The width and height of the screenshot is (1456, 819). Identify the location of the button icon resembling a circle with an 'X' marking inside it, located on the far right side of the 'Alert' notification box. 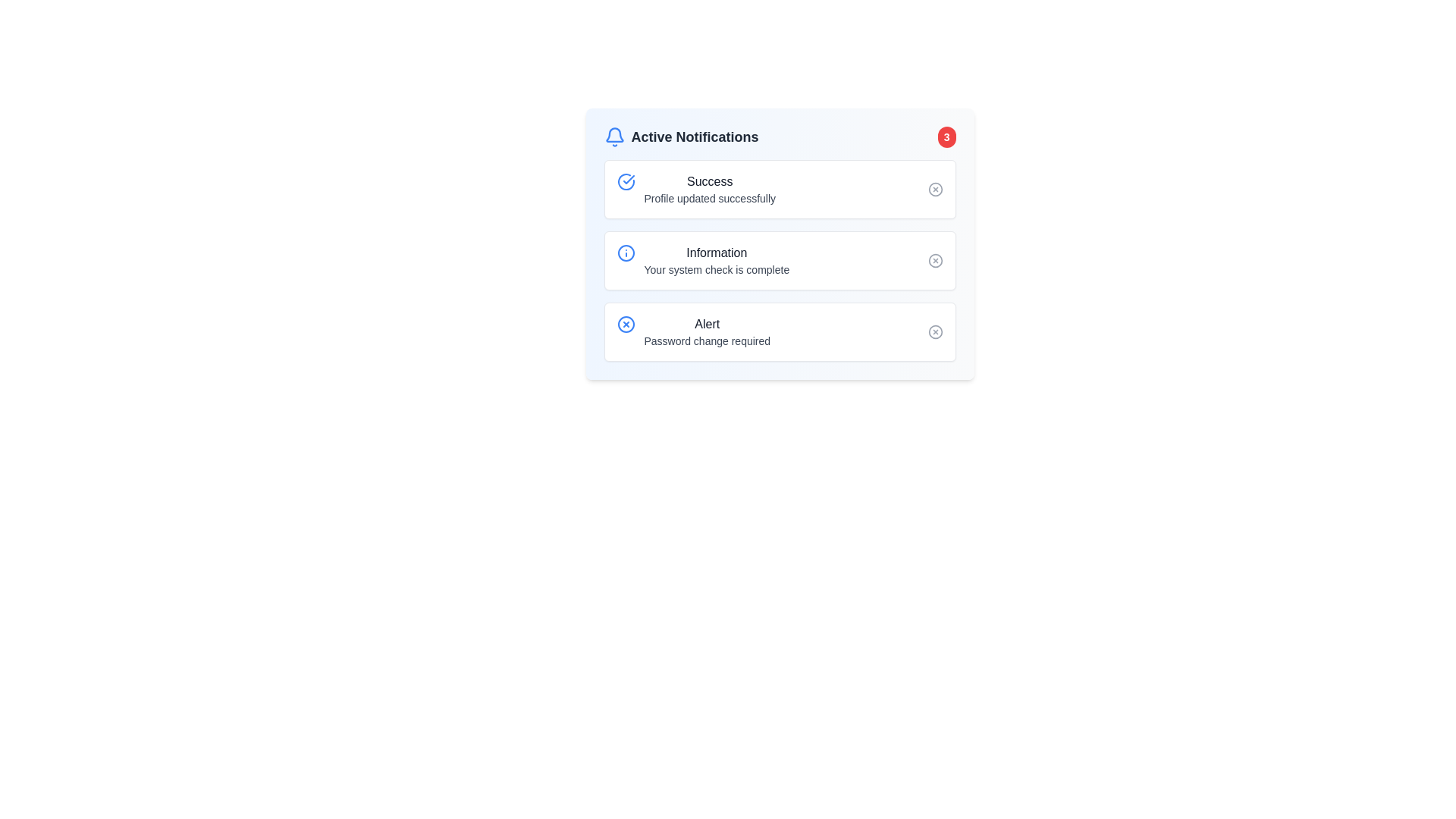
(934, 331).